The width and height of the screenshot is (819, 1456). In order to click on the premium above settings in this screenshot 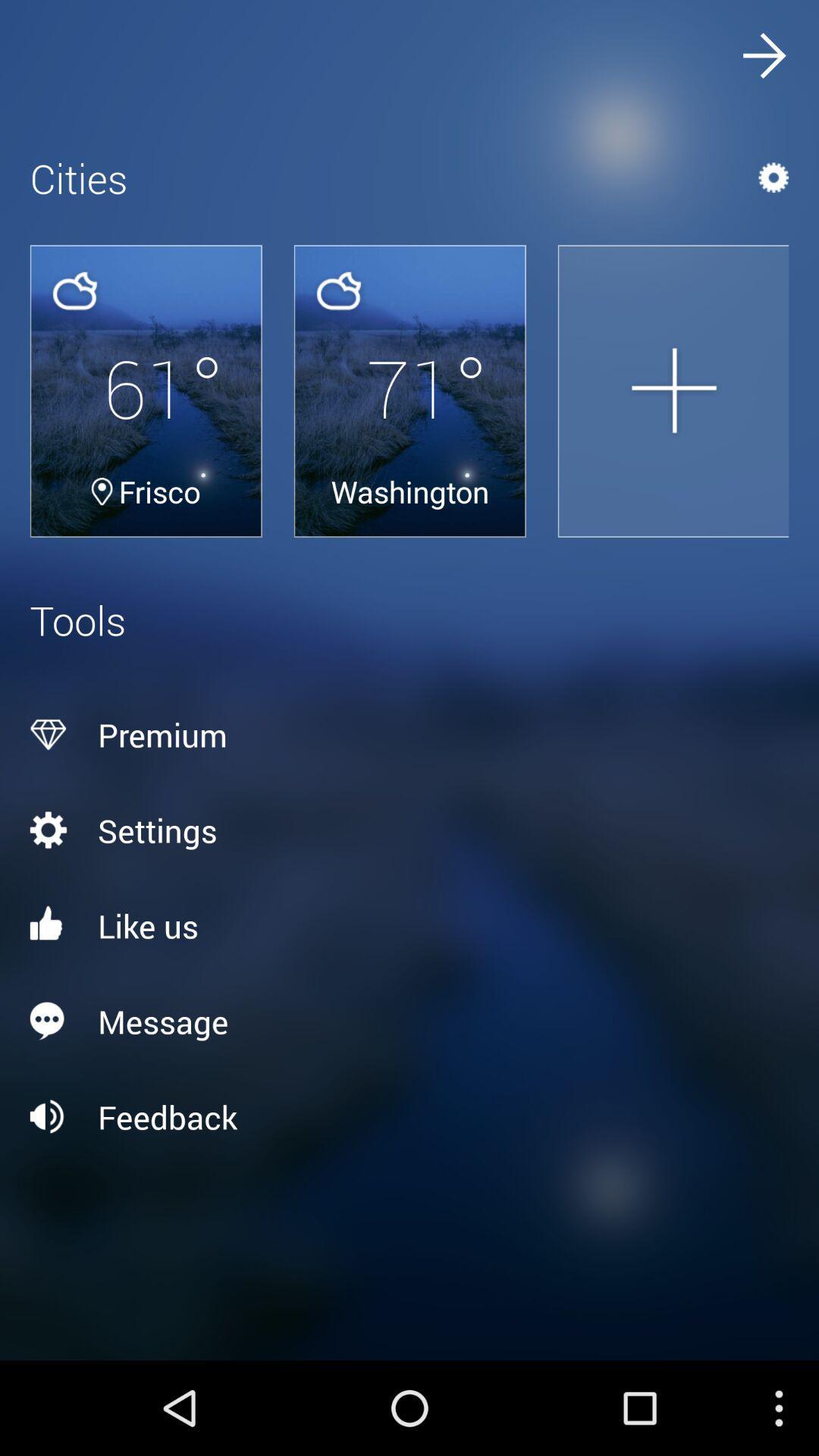, I will do `click(409, 735)`.